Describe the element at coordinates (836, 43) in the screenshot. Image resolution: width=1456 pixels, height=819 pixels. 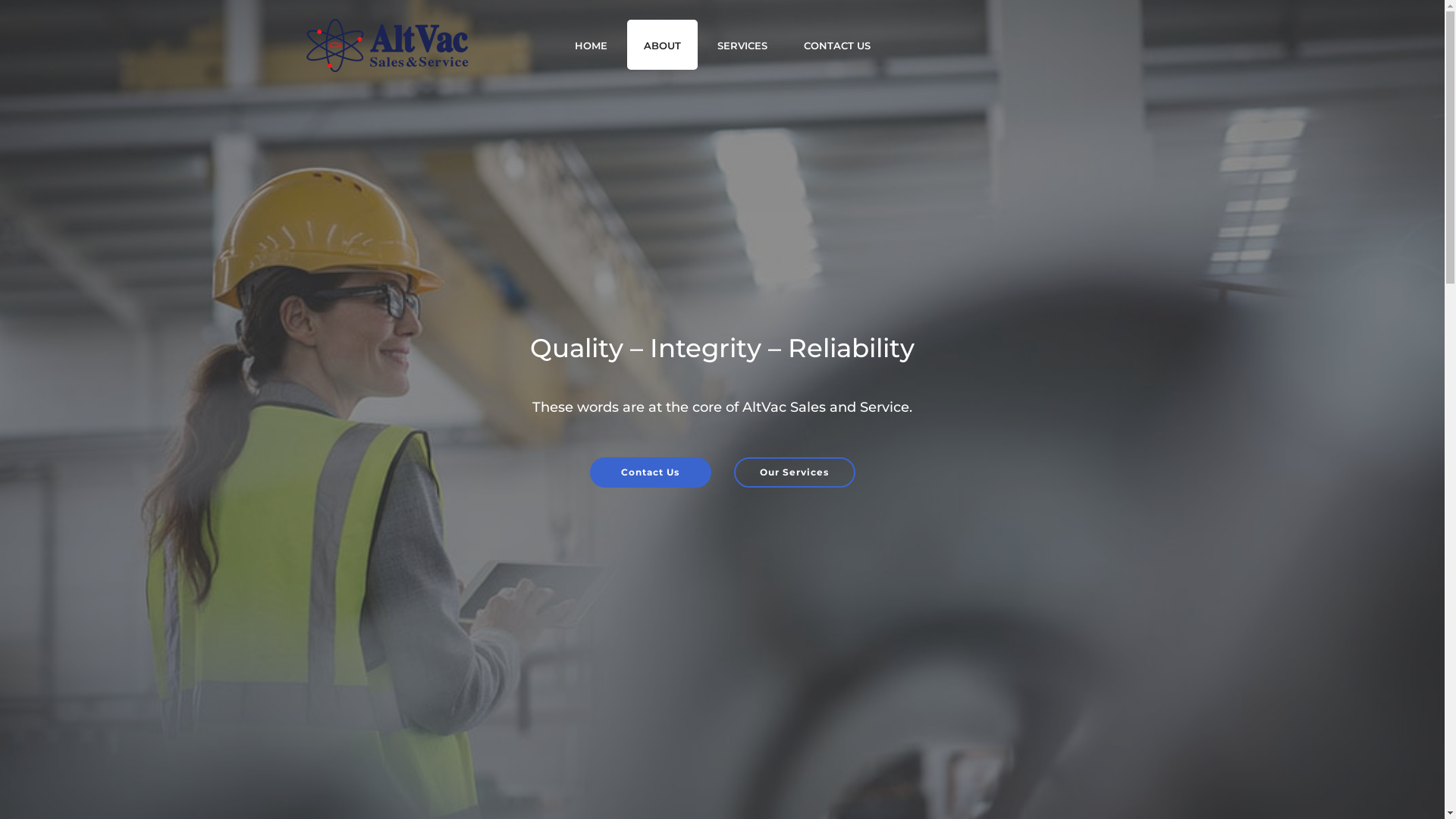
I see `'CONTACT US'` at that location.